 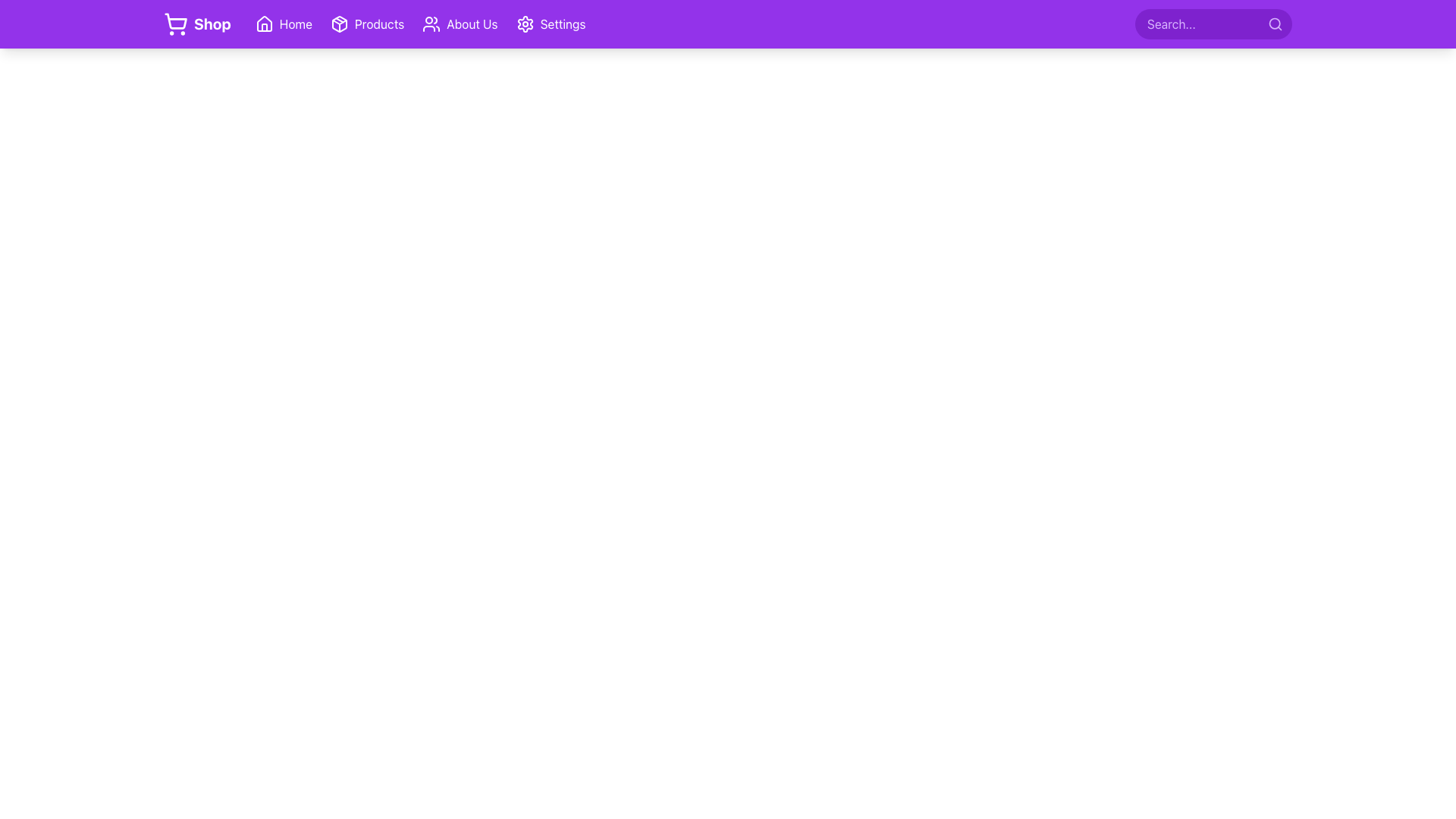 I want to click on the 'Shop' button, which is a horizontally-aligned section with a shopping cart icon and bold text on a purple background, so click(x=196, y=24).